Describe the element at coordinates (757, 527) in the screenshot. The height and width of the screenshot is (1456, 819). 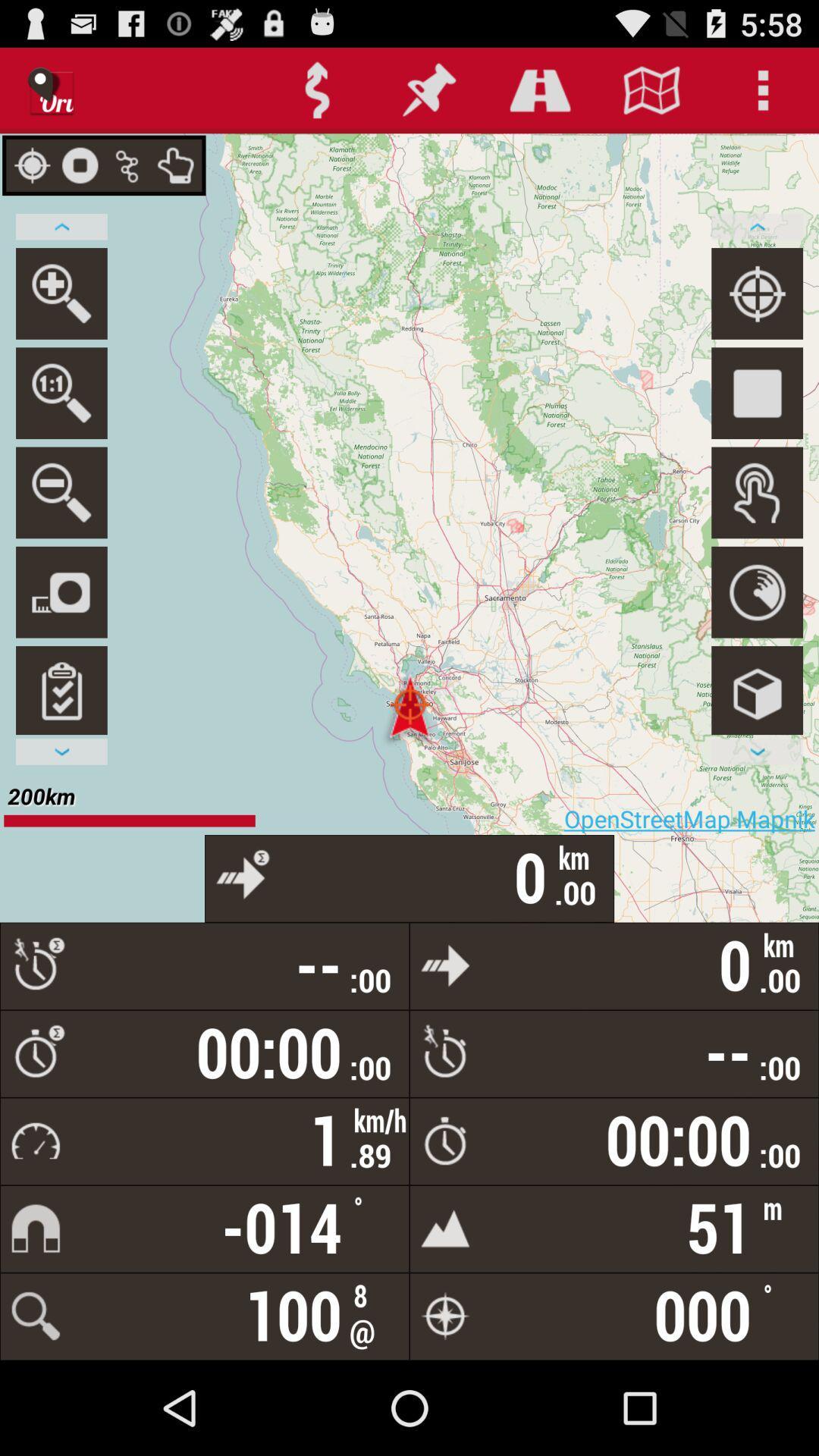
I see `the avatar icon` at that location.